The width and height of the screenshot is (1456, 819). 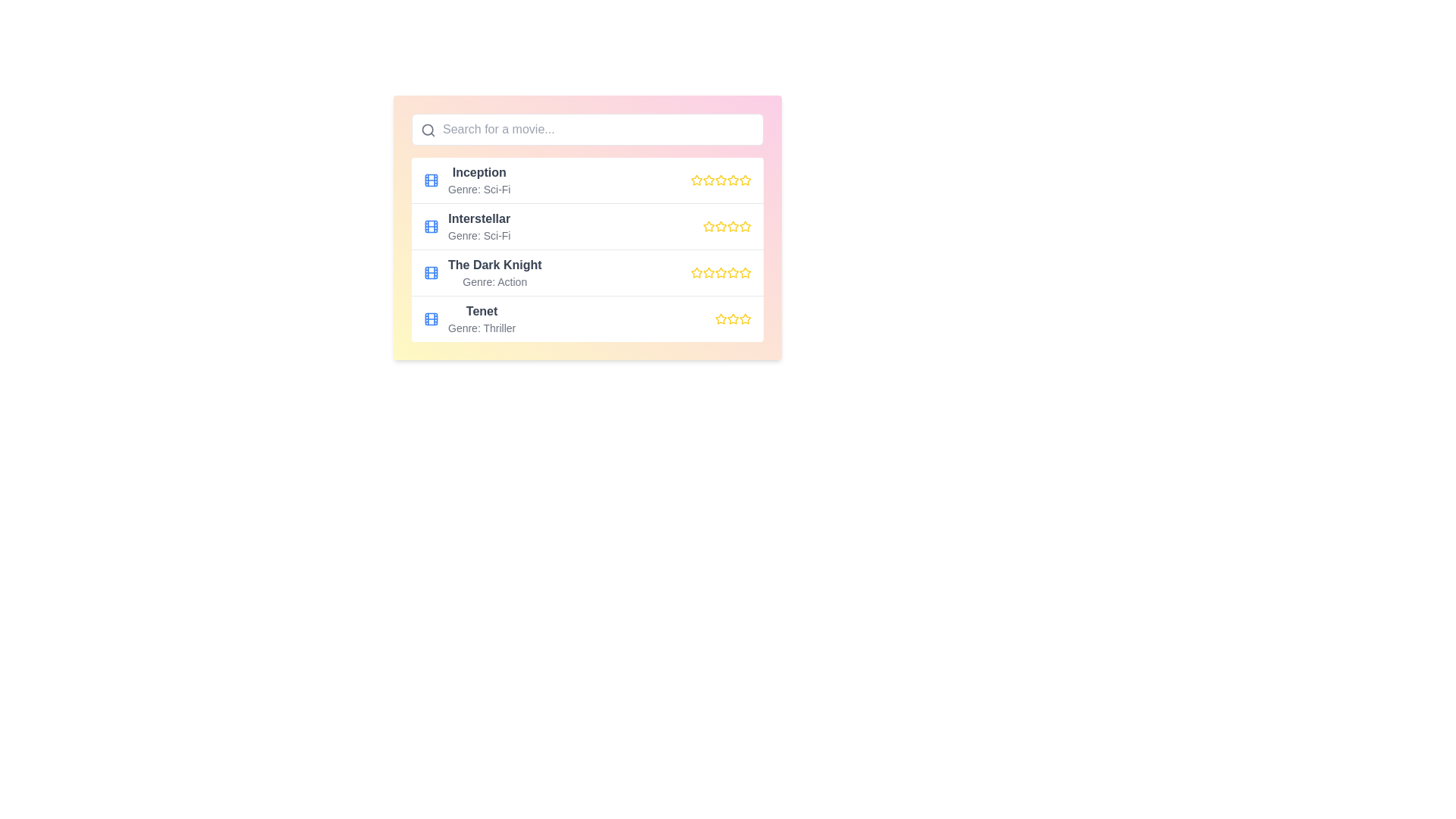 What do you see at coordinates (431, 180) in the screenshot?
I see `the topmost blue rectangle icon representing the film reel, located beside the 'Inception' movie title to focus or select the associated movie` at bounding box center [431, 180].